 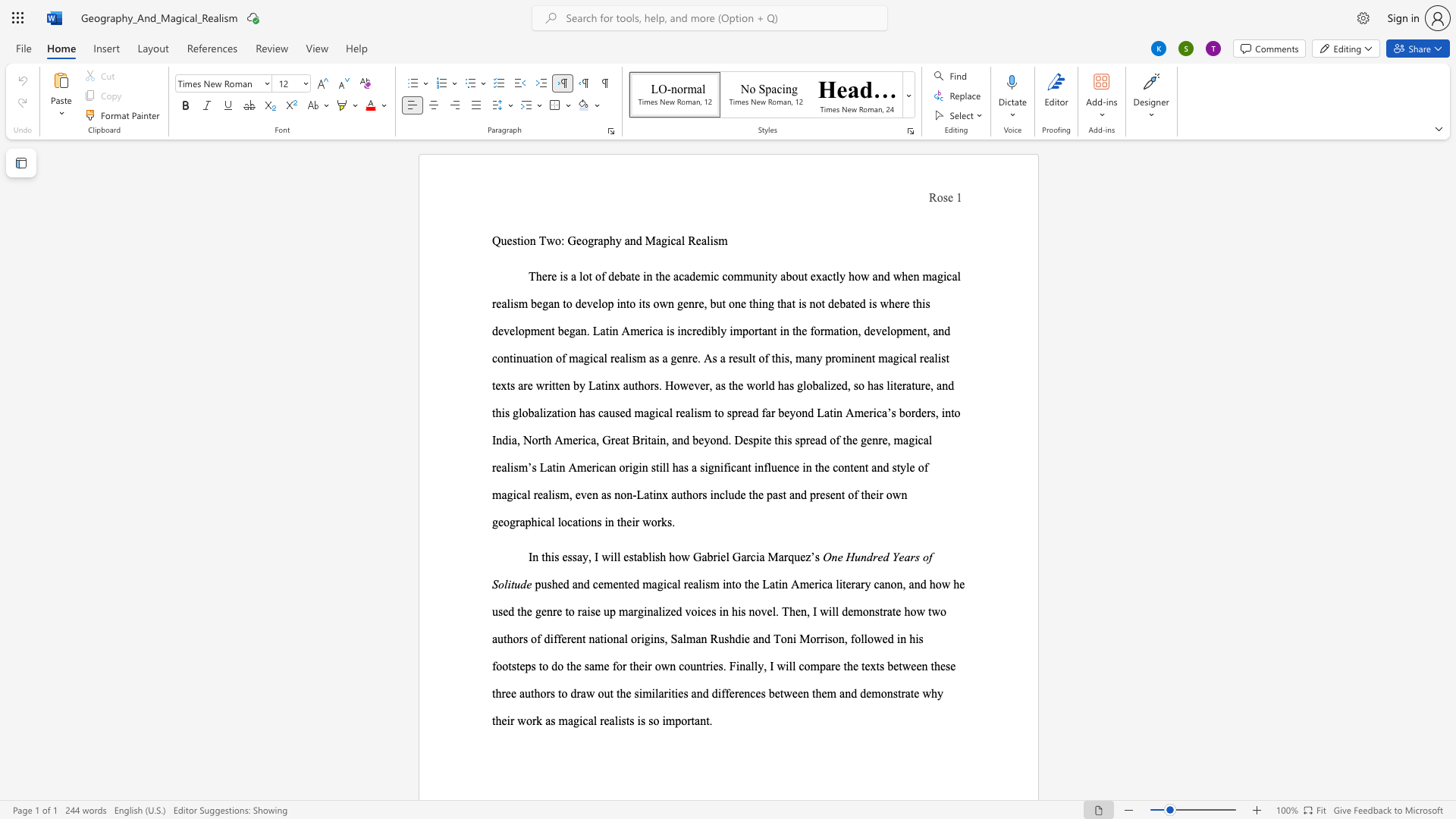 What do you see at coordinates (658, 240) in the screenshot?
I see `the 3th character "a" in the text` at bounding box center [658, 240].